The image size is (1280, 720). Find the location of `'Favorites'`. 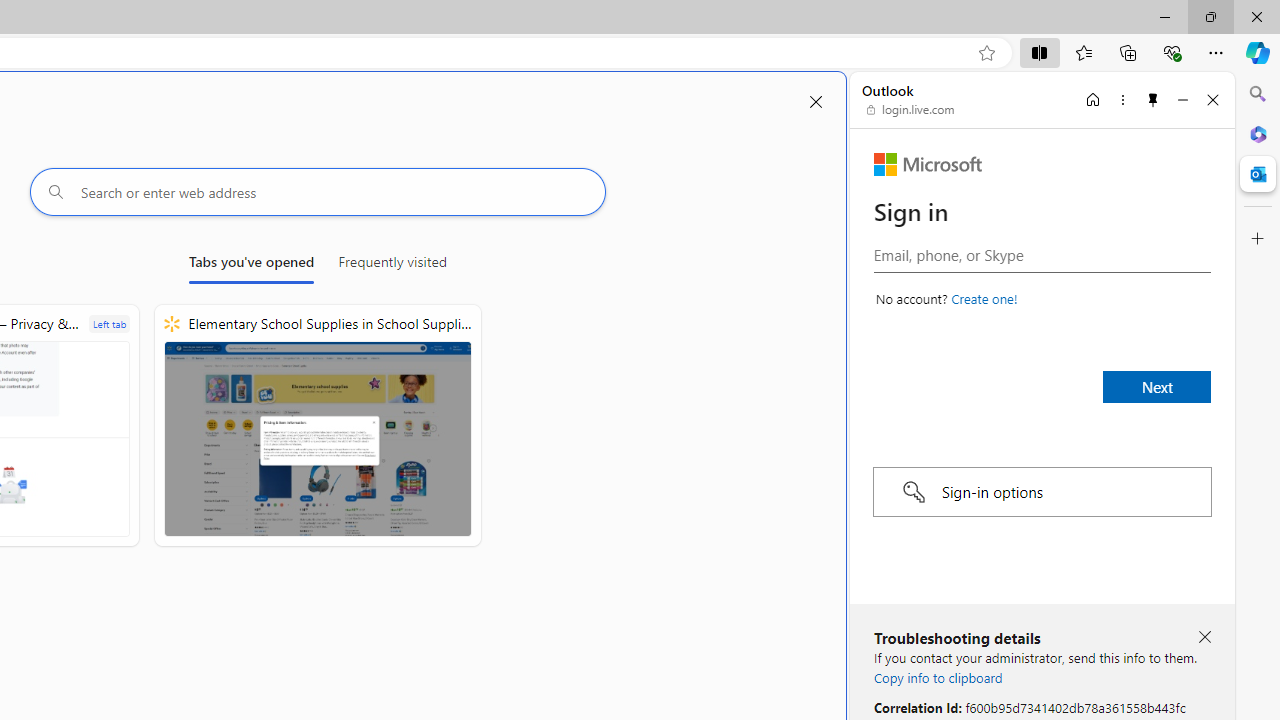

'Favorites' is located at coordinates (1082, 51).